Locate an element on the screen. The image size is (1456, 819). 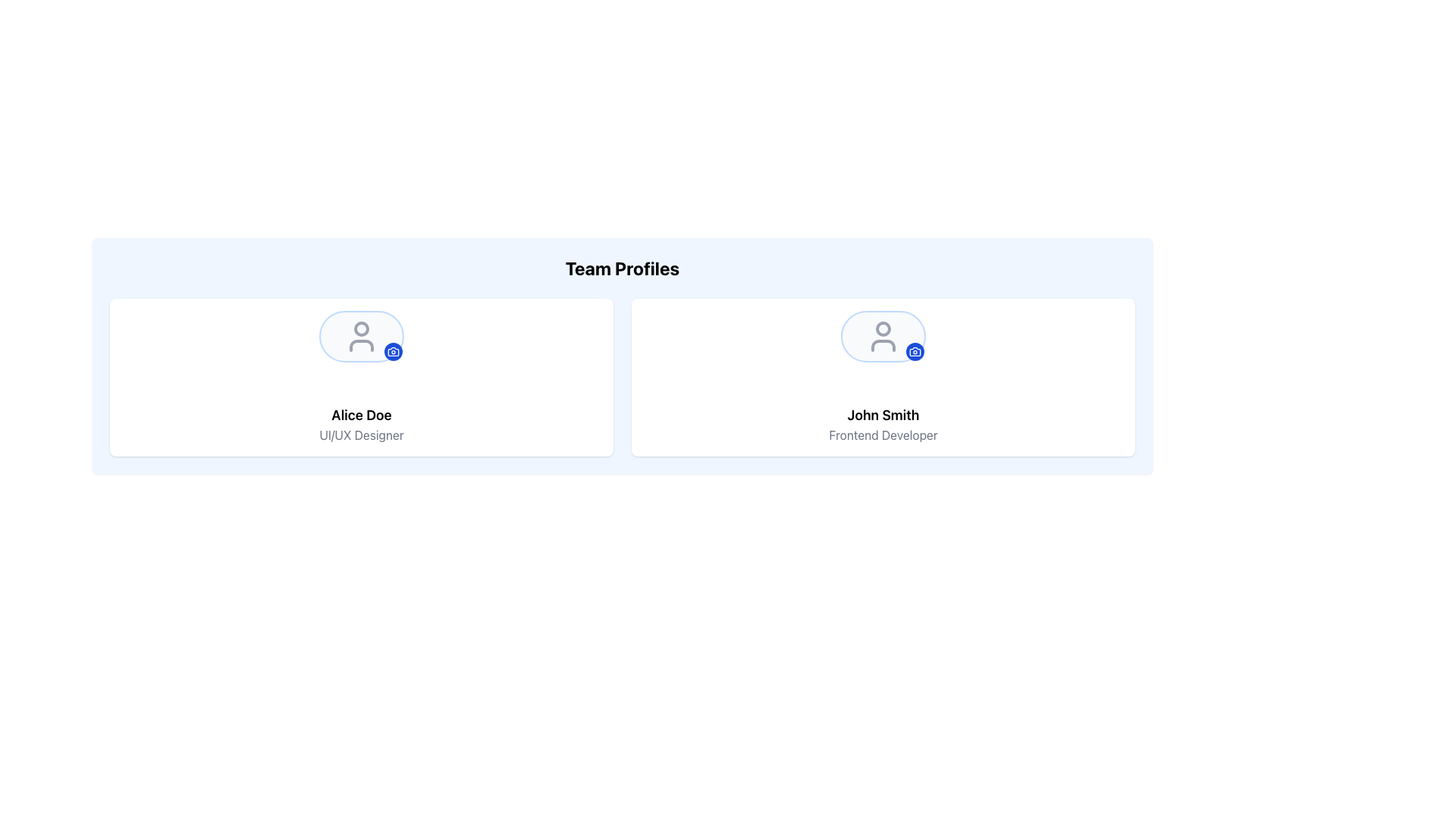
the camera icon overlay on the circular profile picture placeholder for John Smith in the Team Profiles section to upload a photo is located at coordinates (883, 335).